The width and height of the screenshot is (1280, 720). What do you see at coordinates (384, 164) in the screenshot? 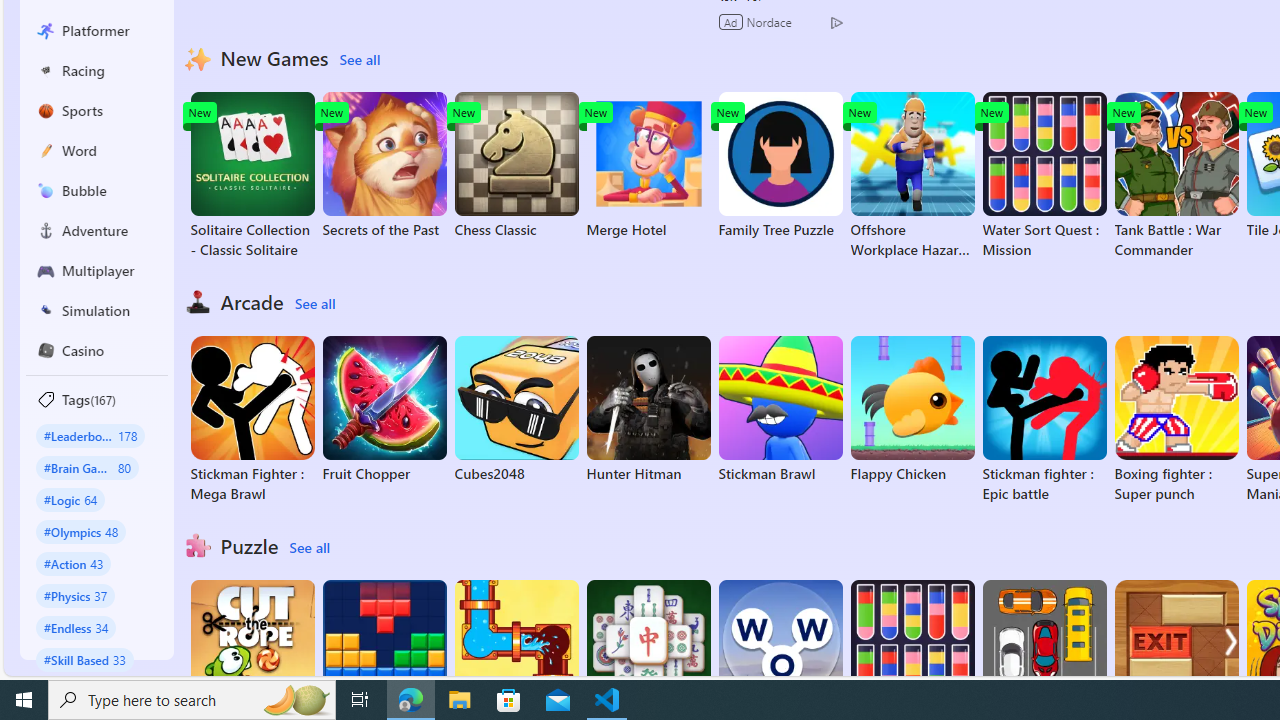
I see `'Secrets of the Past'` at bounding box center [384, 164].